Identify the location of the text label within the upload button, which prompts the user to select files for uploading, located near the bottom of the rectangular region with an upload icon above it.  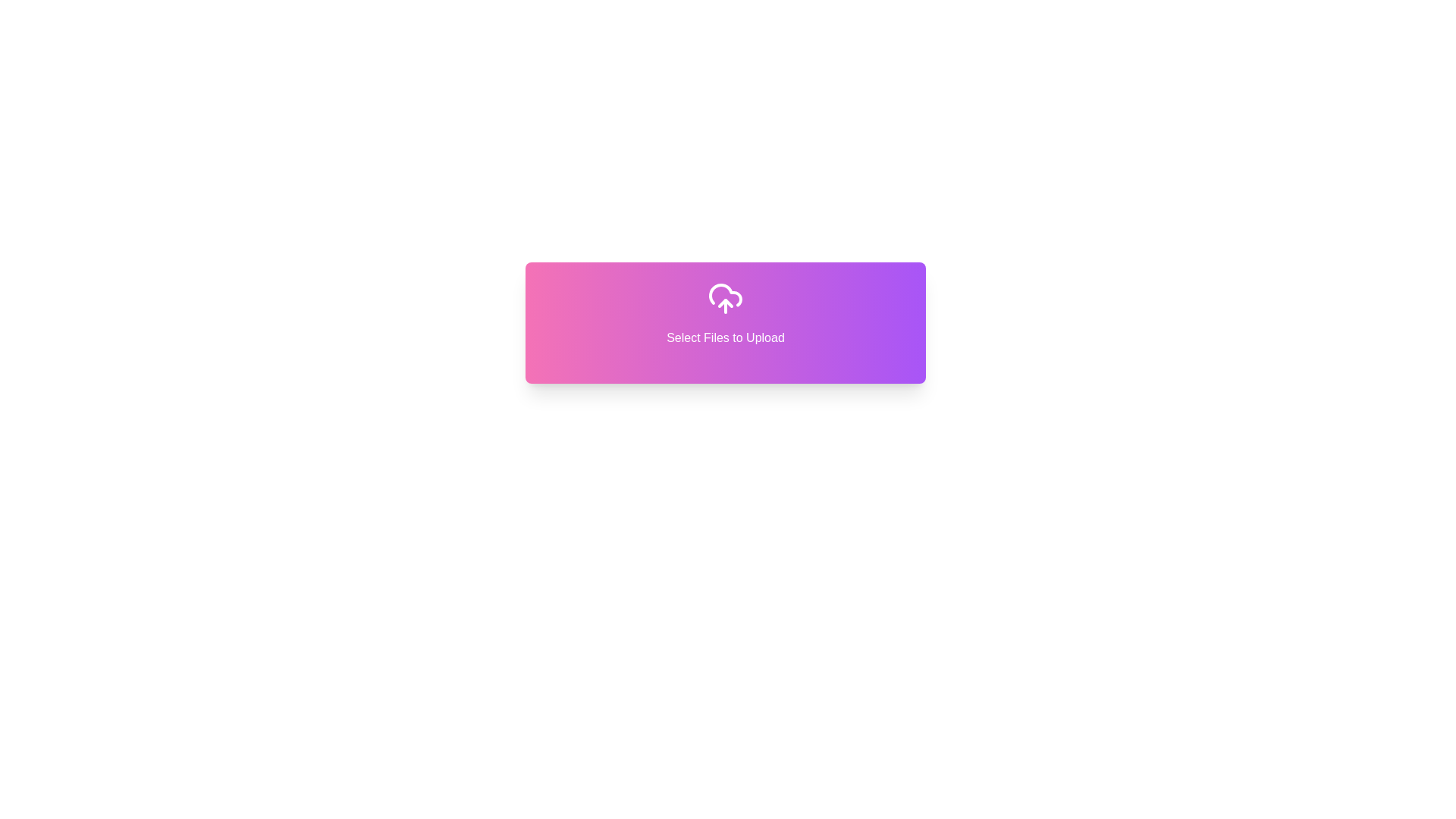
(724, 337).